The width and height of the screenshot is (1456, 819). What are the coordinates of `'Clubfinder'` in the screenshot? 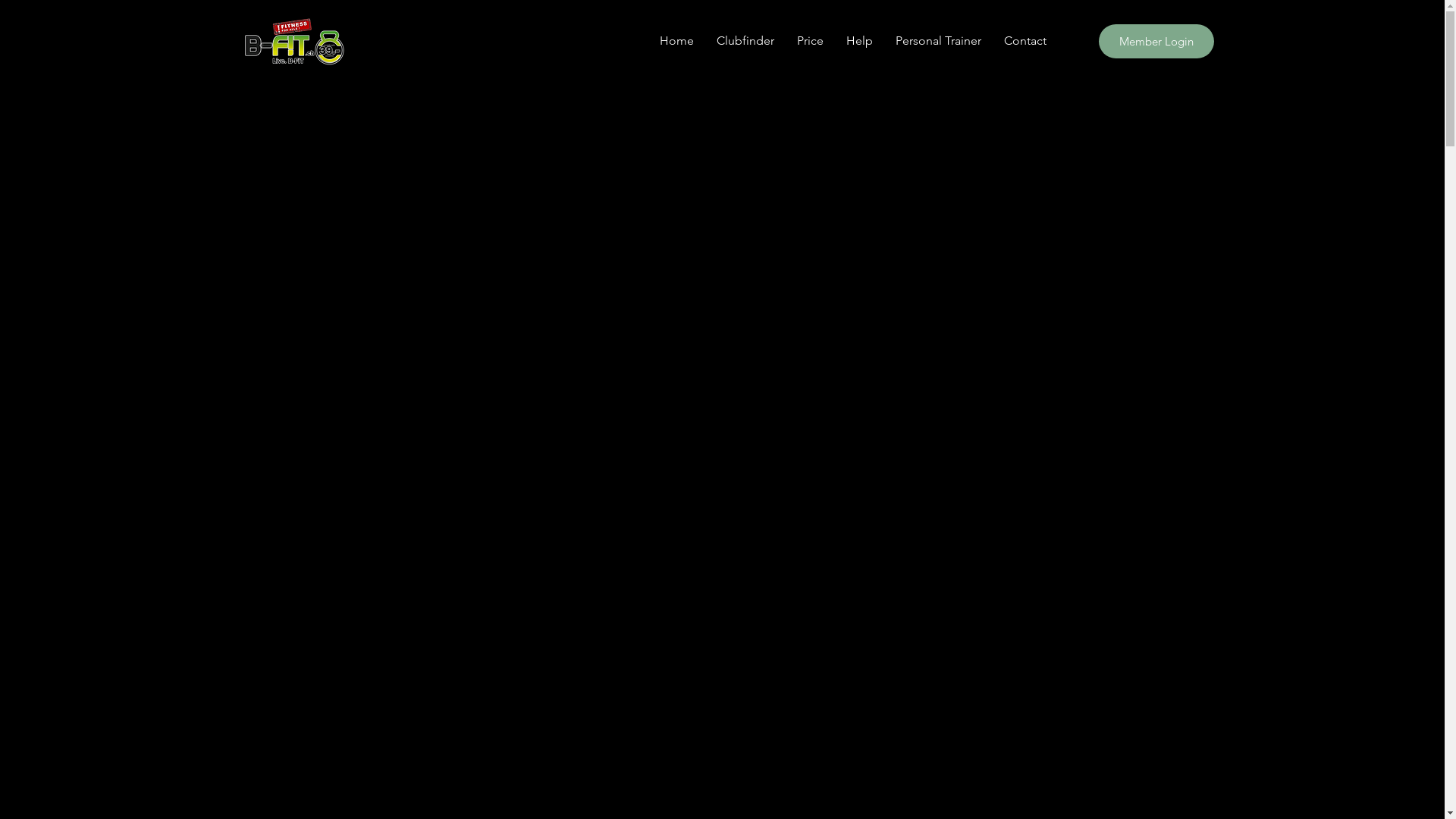 It's located at (745, 40).